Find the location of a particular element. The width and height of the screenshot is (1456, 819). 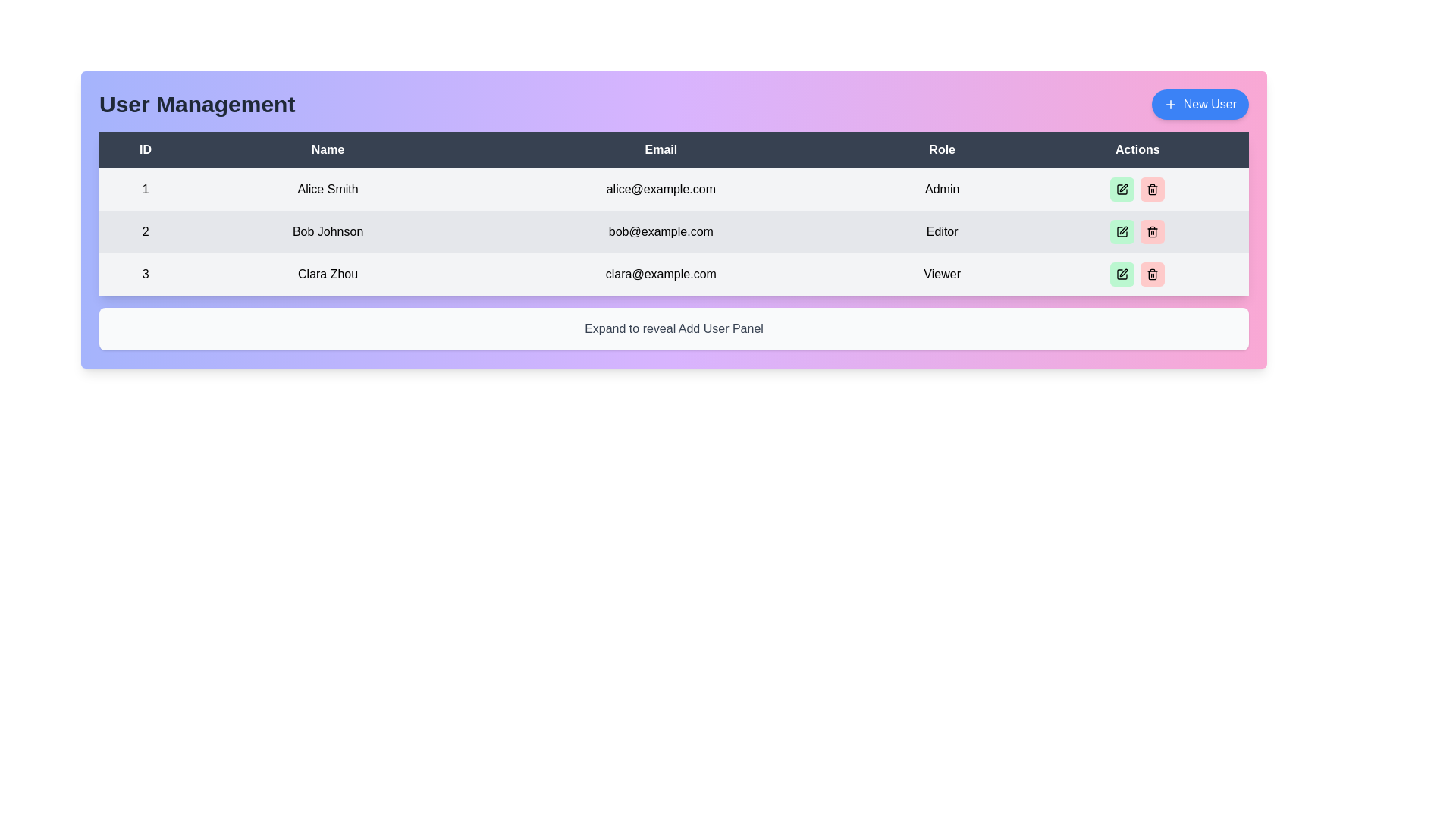

the text label displaying the email address 'Alice Smith' located in the third column of the user management table is located at coordinates (661, 189).